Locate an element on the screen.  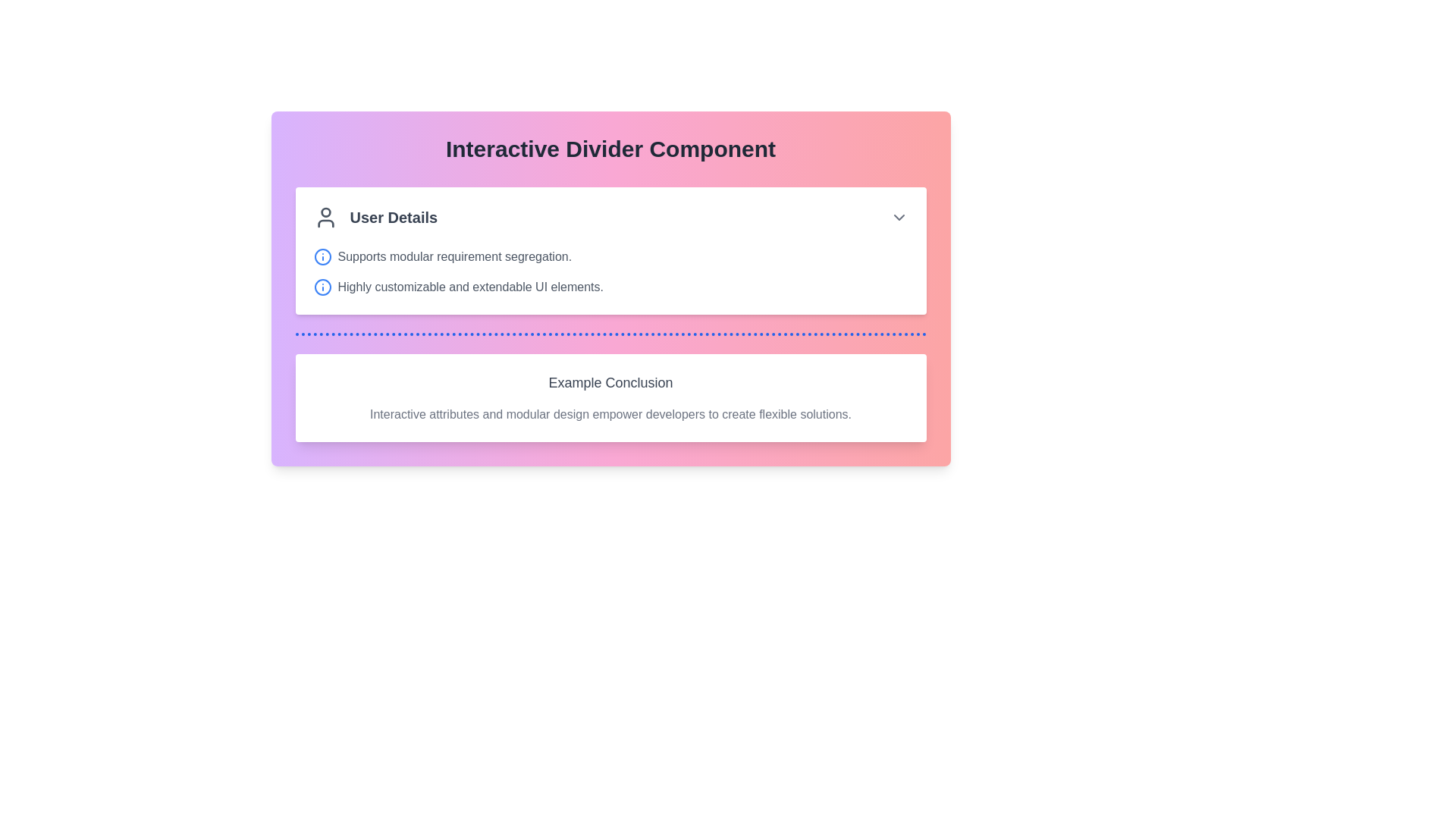
the round blue outlined icon with a central vertical line and a small dot above, located to the left of the text 'Supports modular requirement segregation.' in the 'User Details' section is located at coordinates (322, 256).